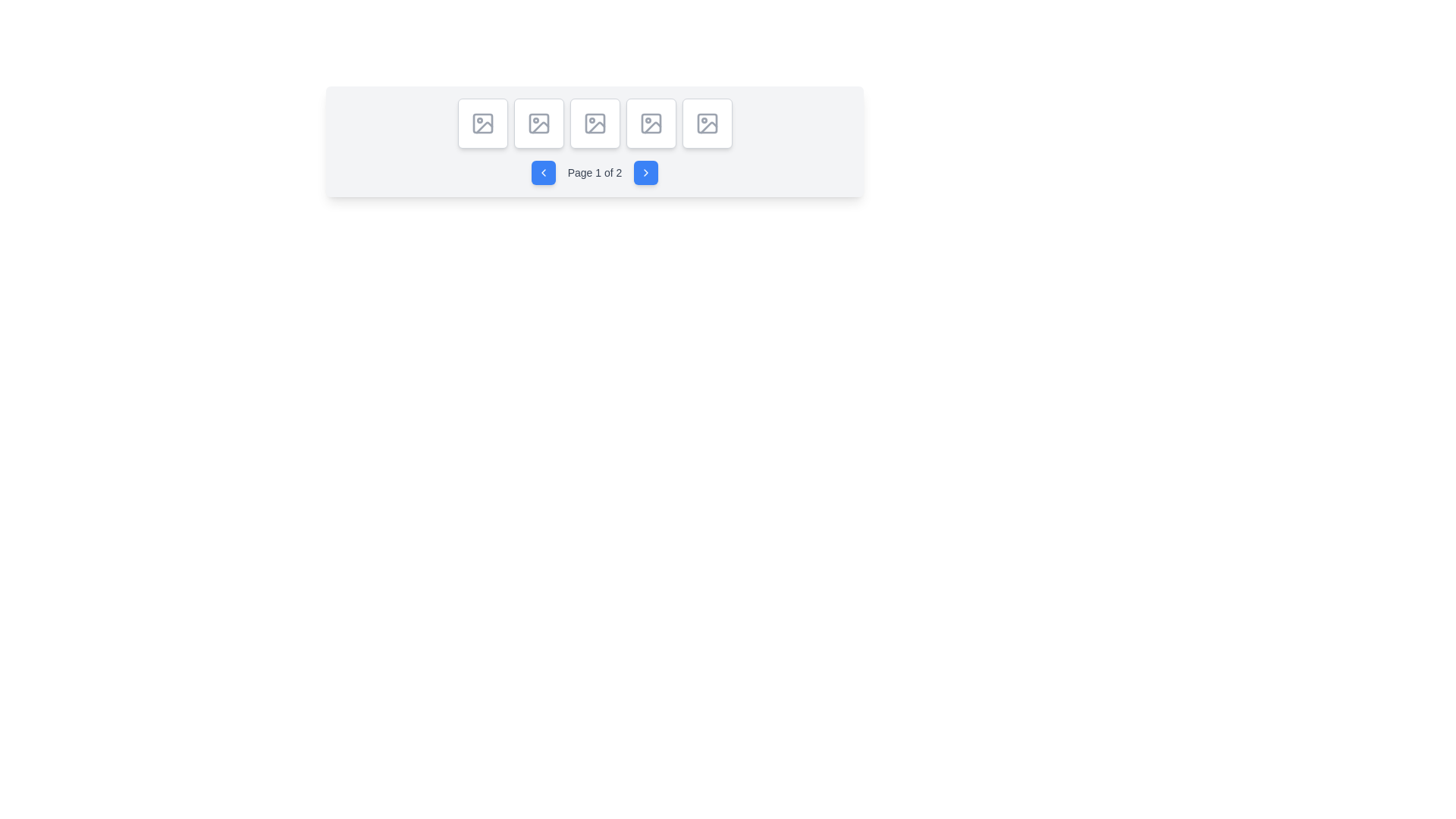  I want to click on the first selectable button in the horizontal grid located in the navigation bar, so click(482, 122).